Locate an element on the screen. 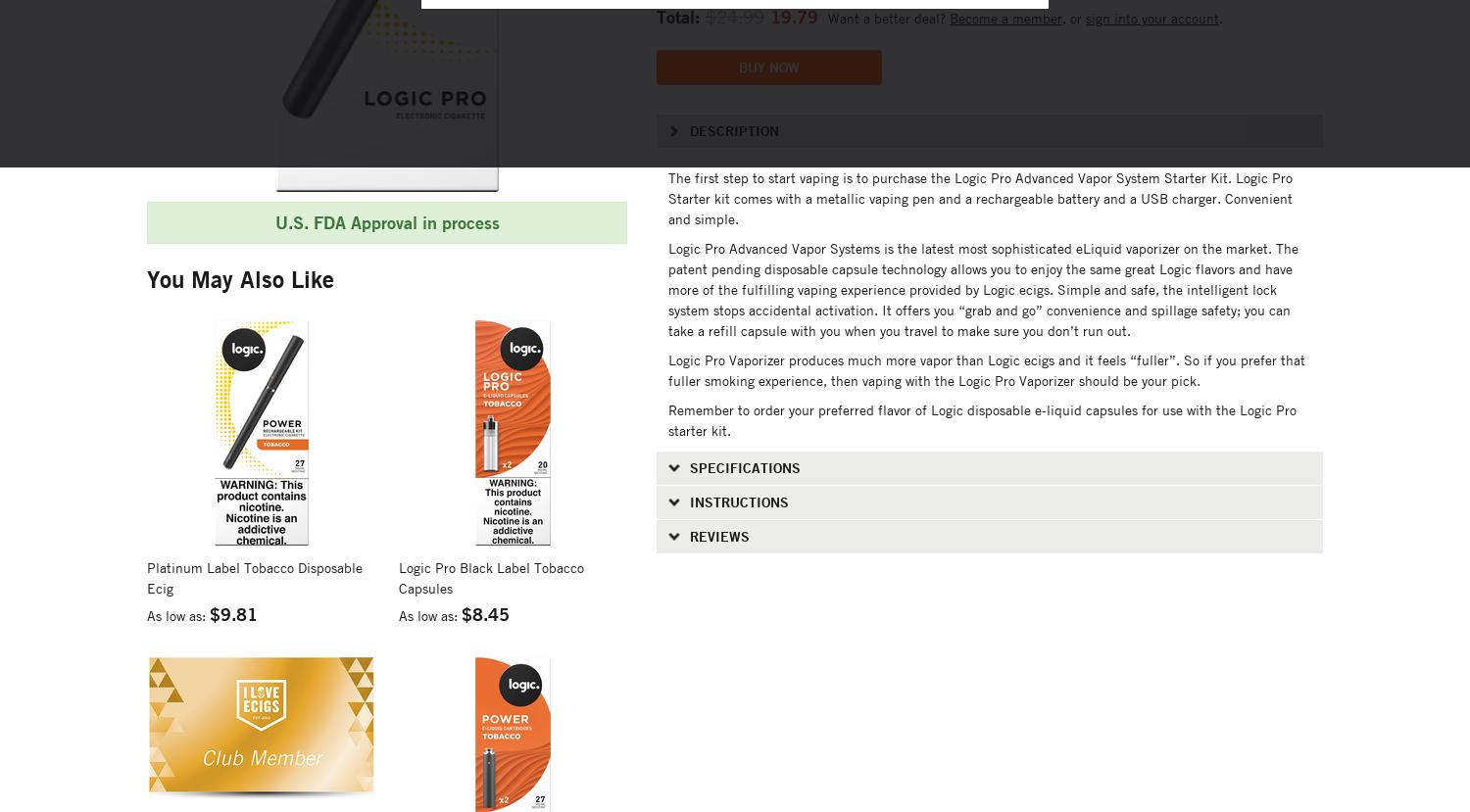 The height and width of the screenshot is (812, 1470). 'Logic Pro Vaporizer produces much more vapor than Logic ecigs and it feels “fuller”. So if you prefer that fuller smoking experience, then vaping with the Logic Pro Vaporizer should be your pick.' is located at coordinates (986, 369).